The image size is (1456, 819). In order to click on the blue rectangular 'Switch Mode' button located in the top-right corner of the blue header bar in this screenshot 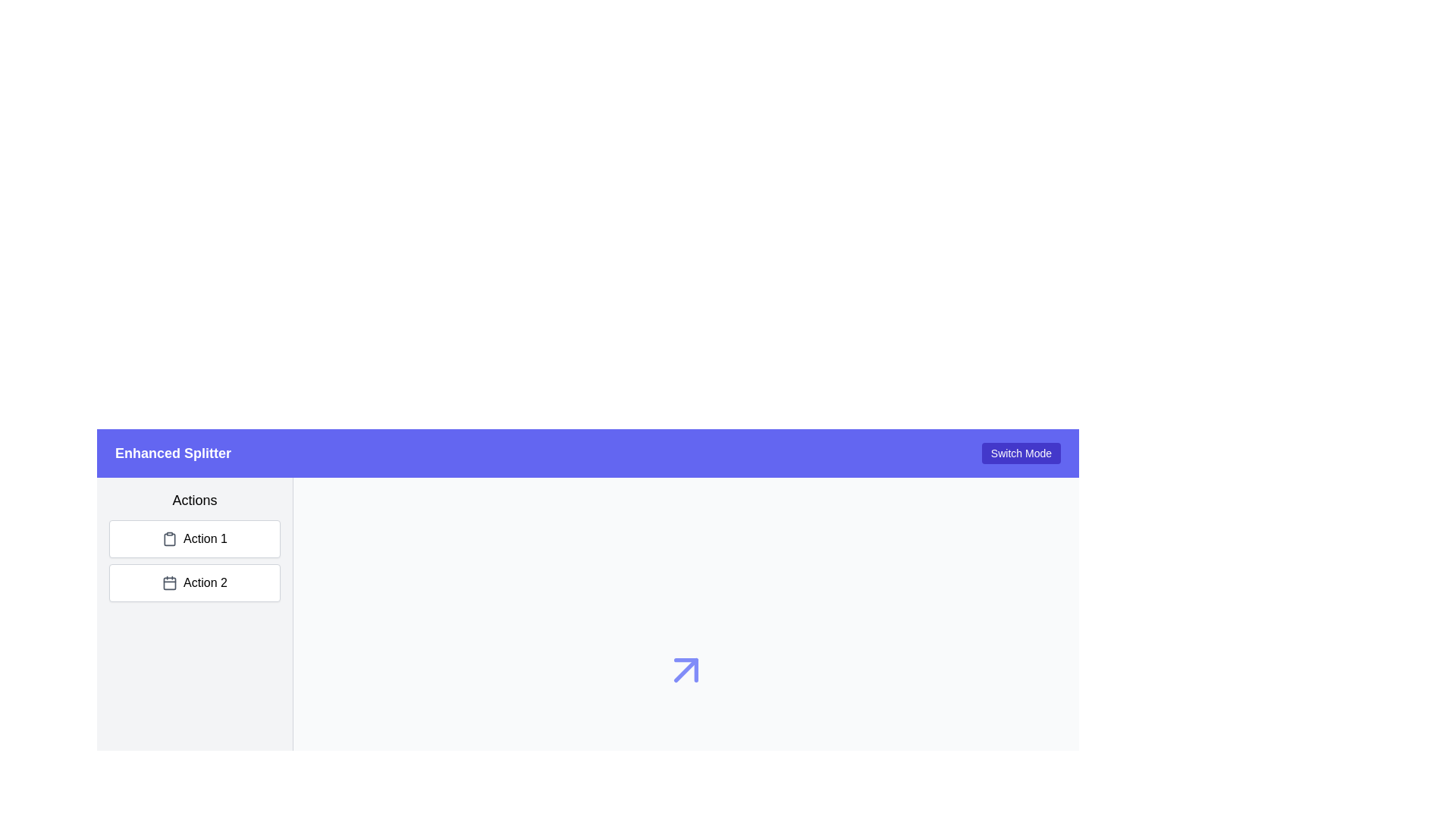, I will do `click(1021, 452)`.